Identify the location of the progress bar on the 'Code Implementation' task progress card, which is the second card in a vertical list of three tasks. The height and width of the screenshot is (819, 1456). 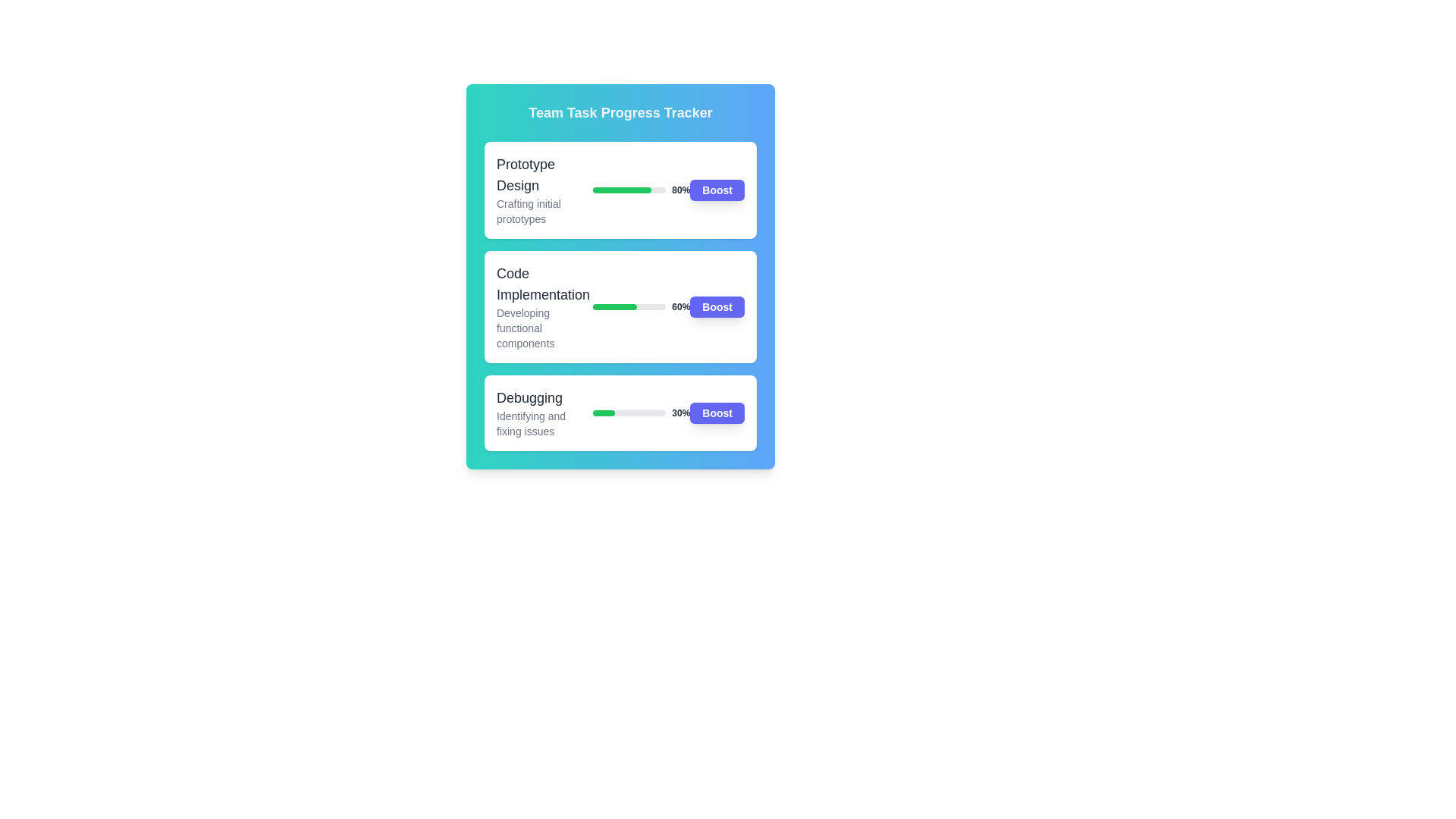
(620, 307).